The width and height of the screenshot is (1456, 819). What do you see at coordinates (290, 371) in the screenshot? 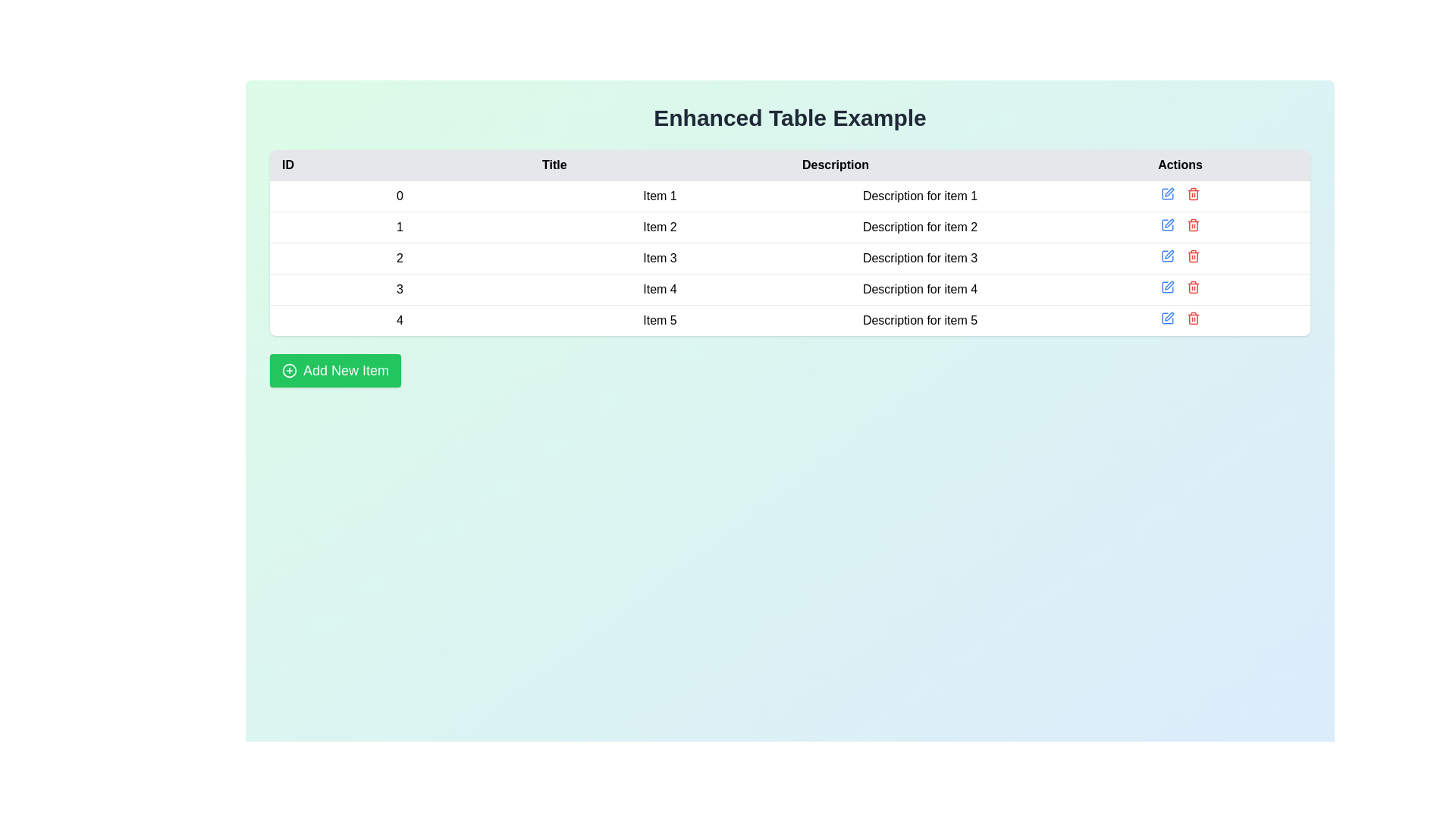
I see `the circular green icon with a plus sign, located to the left of the 'Add New Item' text, near the bottom left of the page` at bounding box center [290, 371].